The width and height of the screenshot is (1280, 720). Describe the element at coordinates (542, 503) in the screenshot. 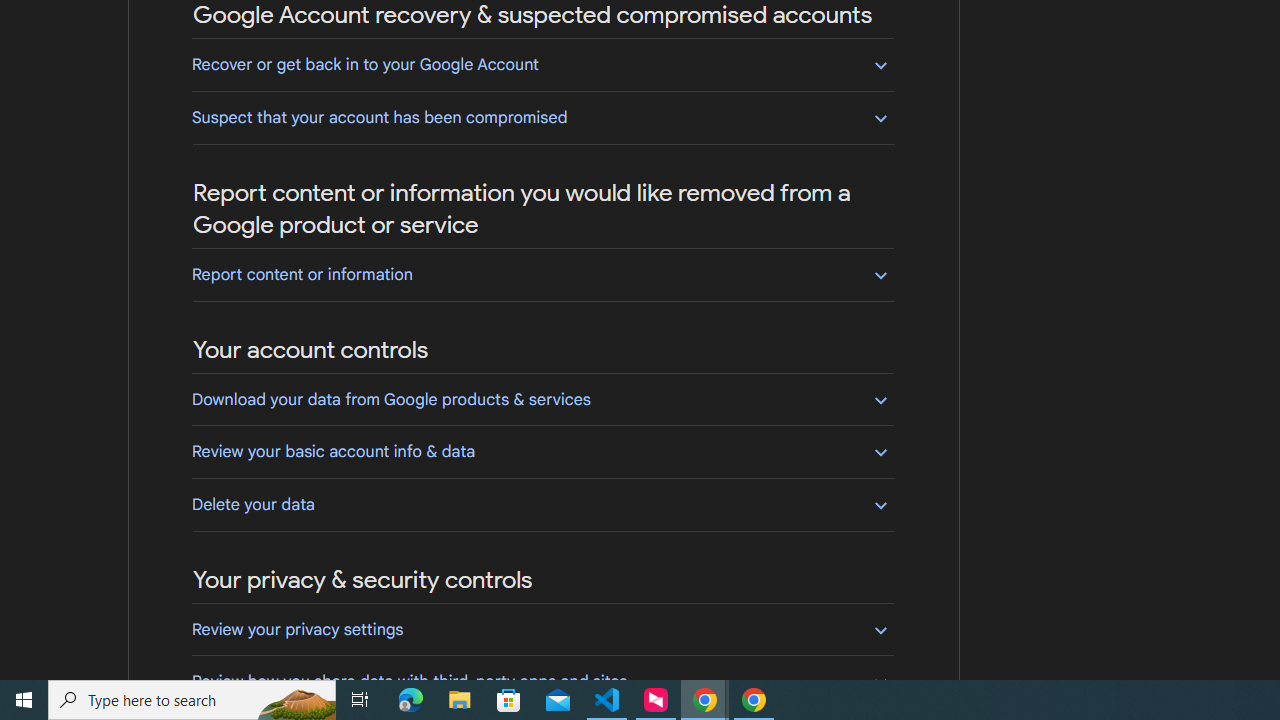

I see `'Delete your data'` at that location.